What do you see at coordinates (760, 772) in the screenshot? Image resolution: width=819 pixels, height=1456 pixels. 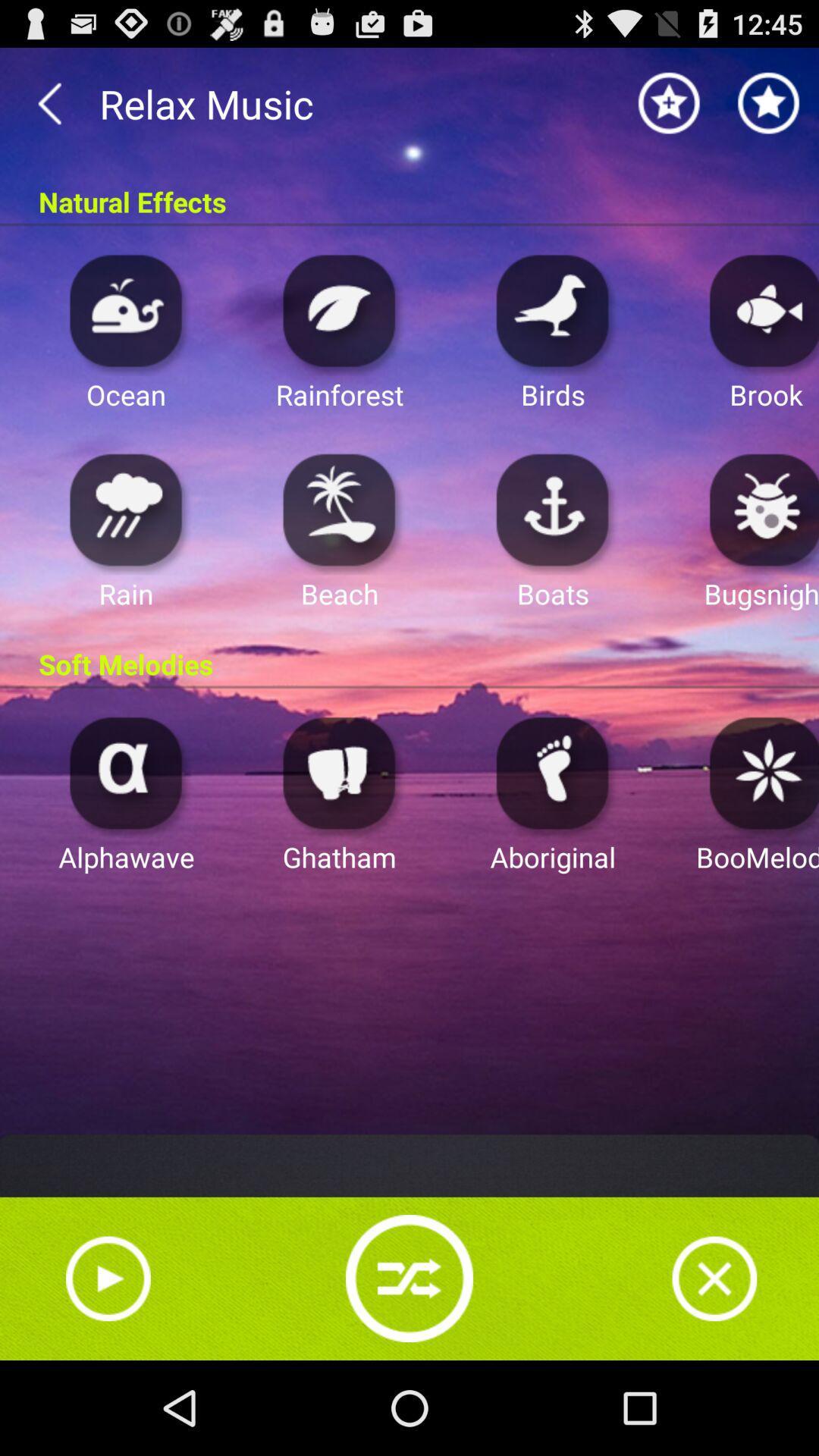 I see `boomeloo music` at bounding box center [760, 772].